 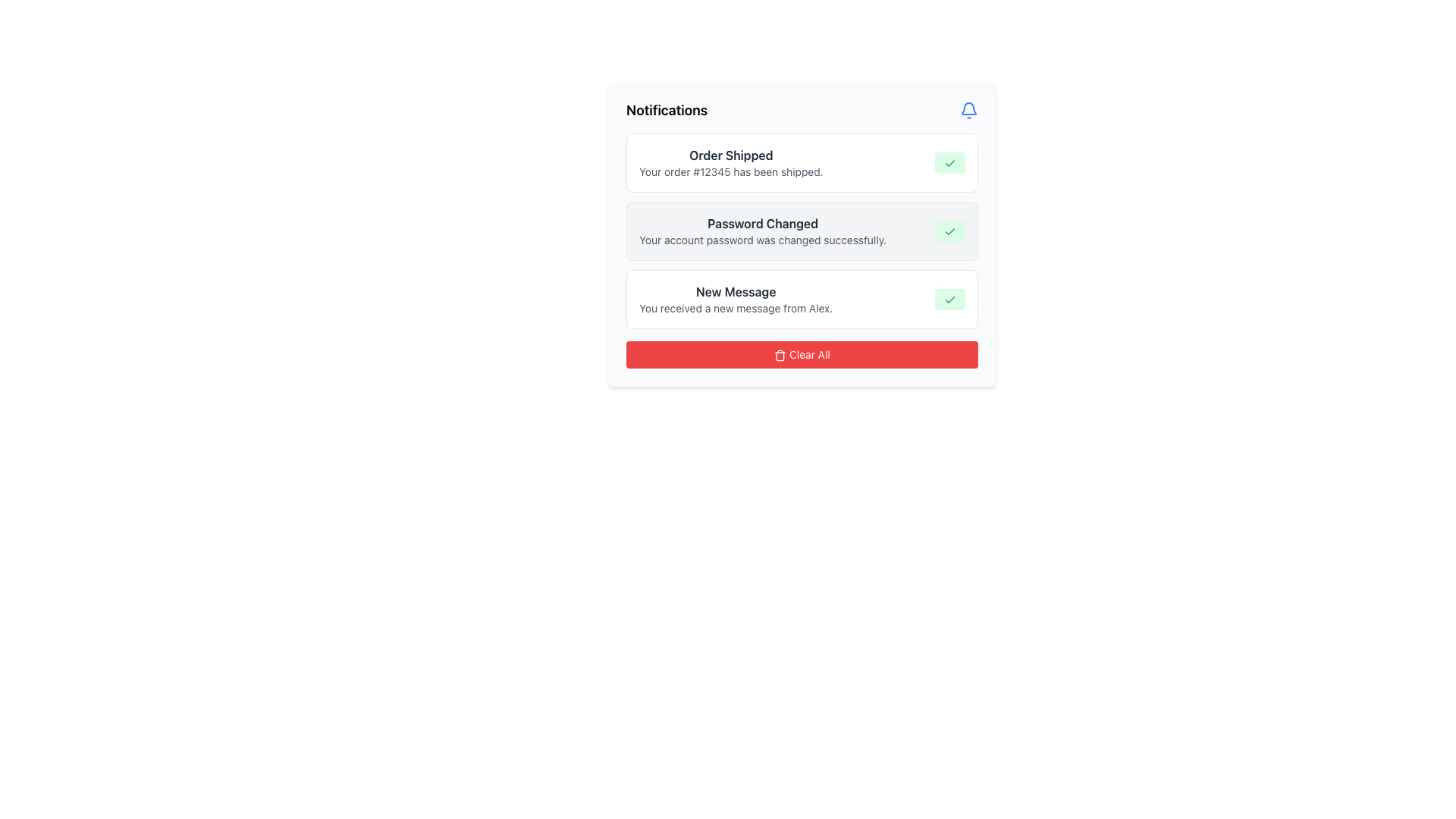 What do you see at coordinates (763, 239) in the screenshot?
I see `text from the text label that informs the user about the successful change of their account password, located below the header 'Password Changed' in the second notification card` at bounding box center [763, 239].